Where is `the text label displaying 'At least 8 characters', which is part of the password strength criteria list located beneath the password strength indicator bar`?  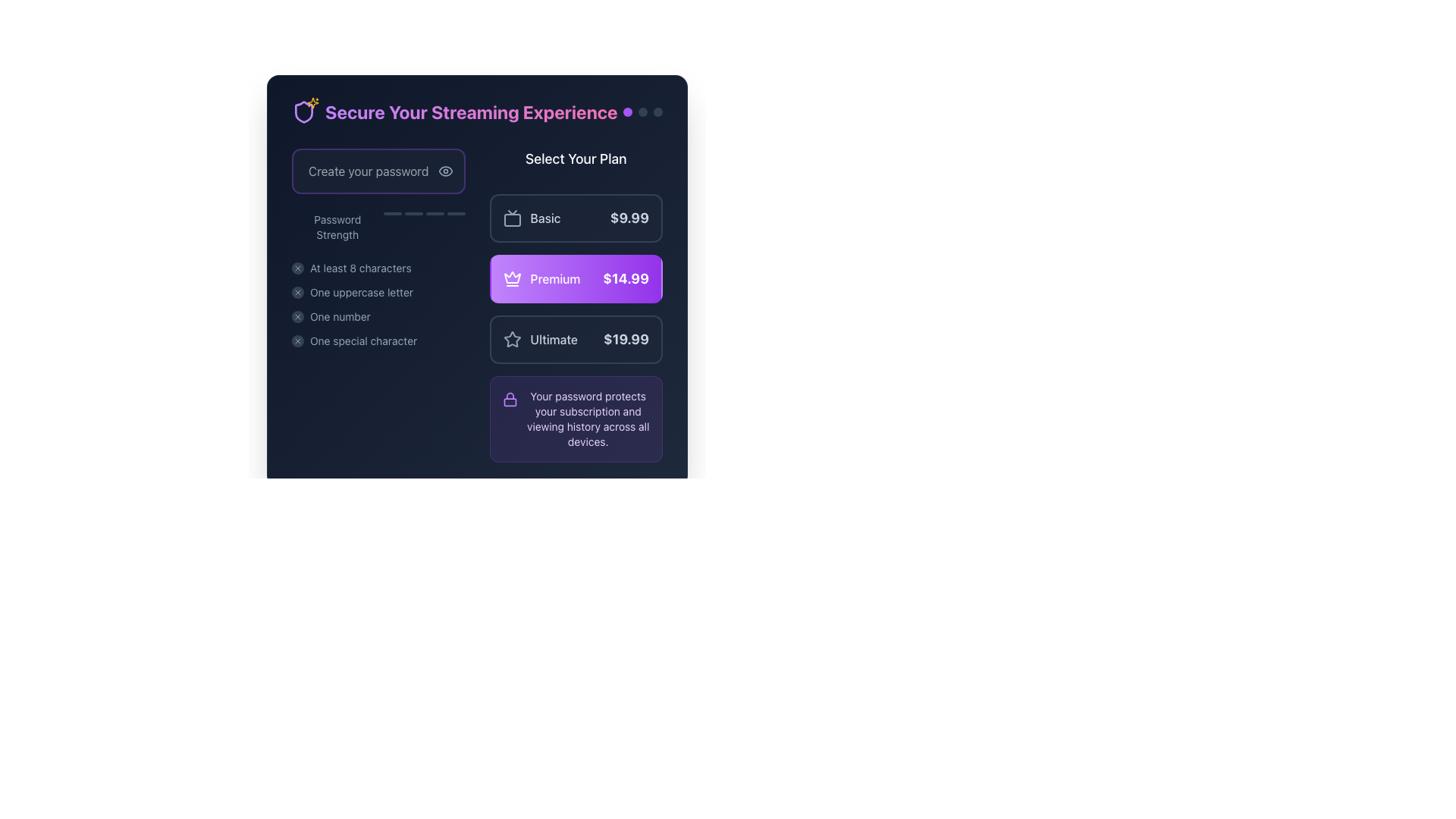
the text label displaying 'At least 8 characters', which is part of the password strength criteria list located beneath the password strength indicator bar is located at coordinates (359, 268).